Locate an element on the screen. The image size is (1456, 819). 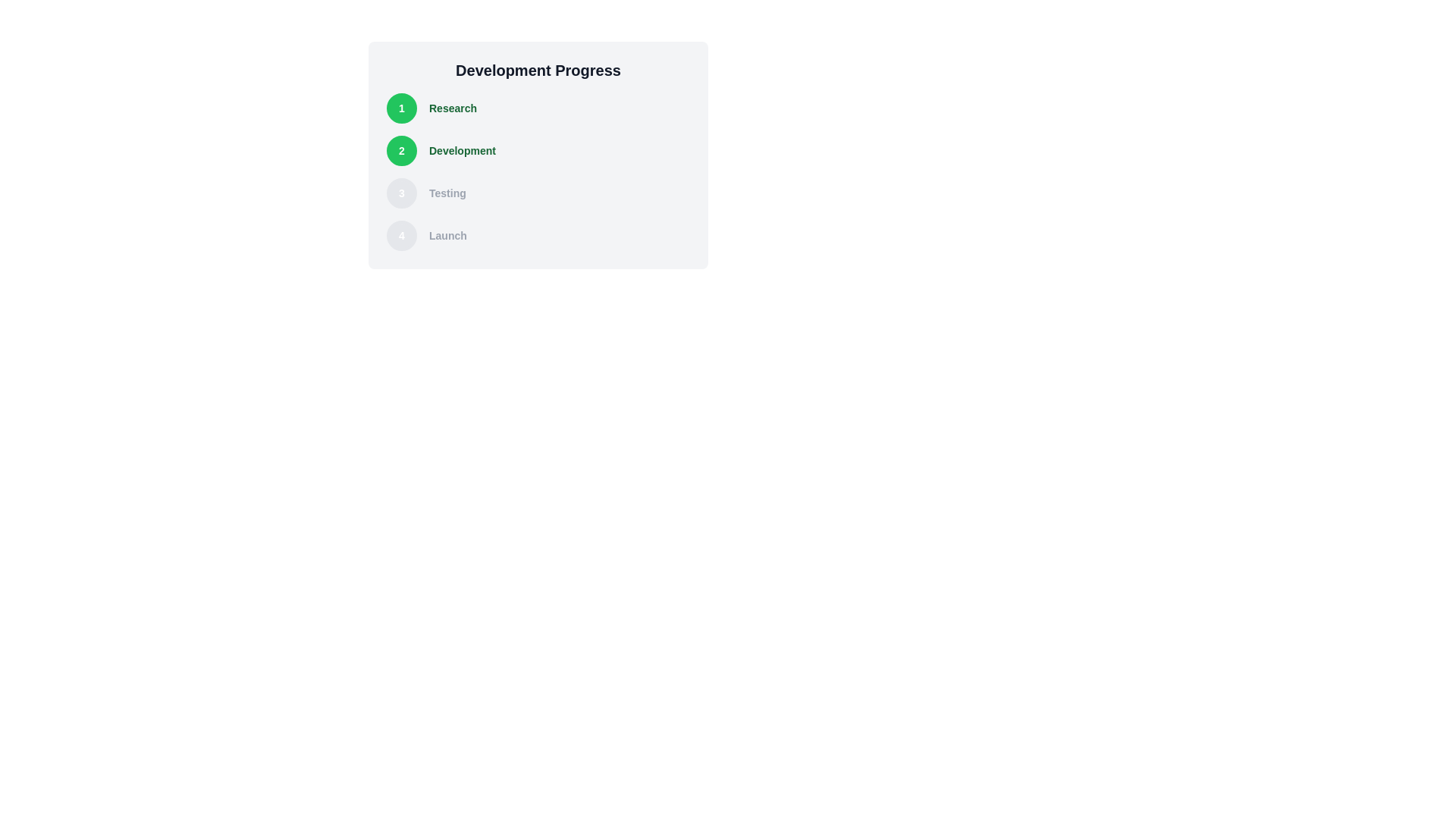
the Circular step indicator representing the 'Testing' step in the Development Progress section of the interface is located at coordinates (401, 192).